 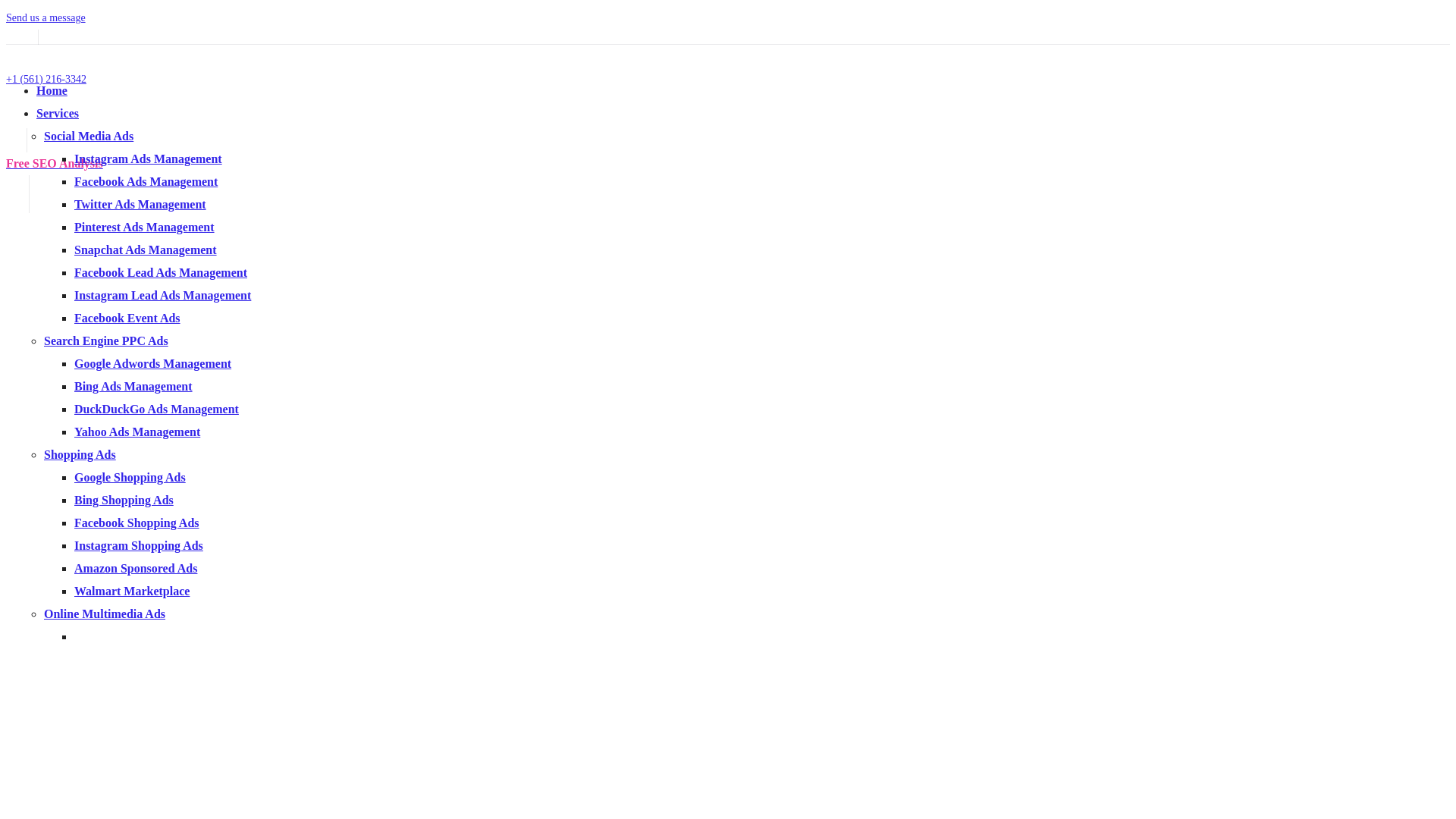 I want to click on 'Snapchat Ads Management', so click(x=73, y=249).